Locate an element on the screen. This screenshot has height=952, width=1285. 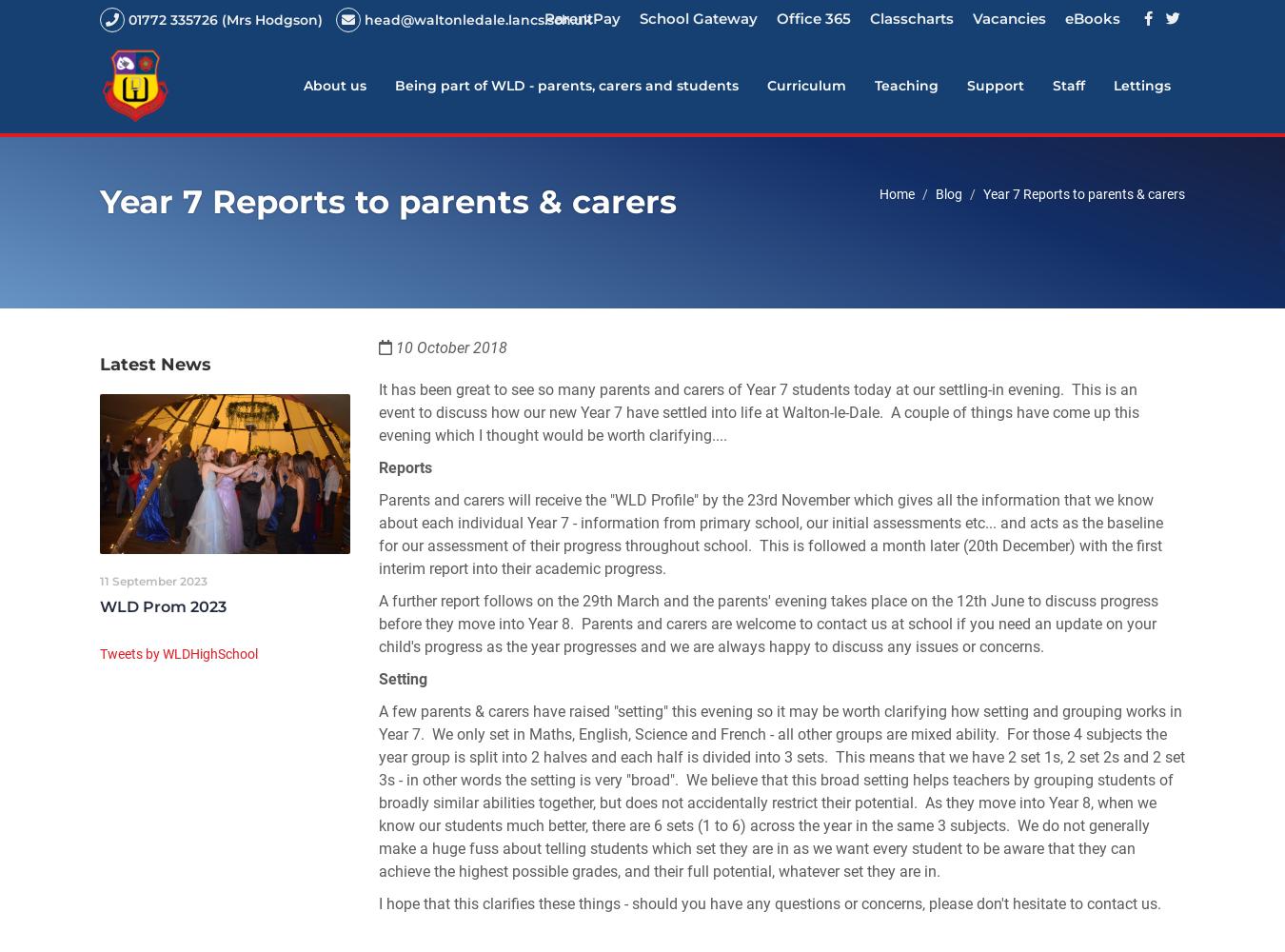
'Staff' is located at coordinates (1069, 85).